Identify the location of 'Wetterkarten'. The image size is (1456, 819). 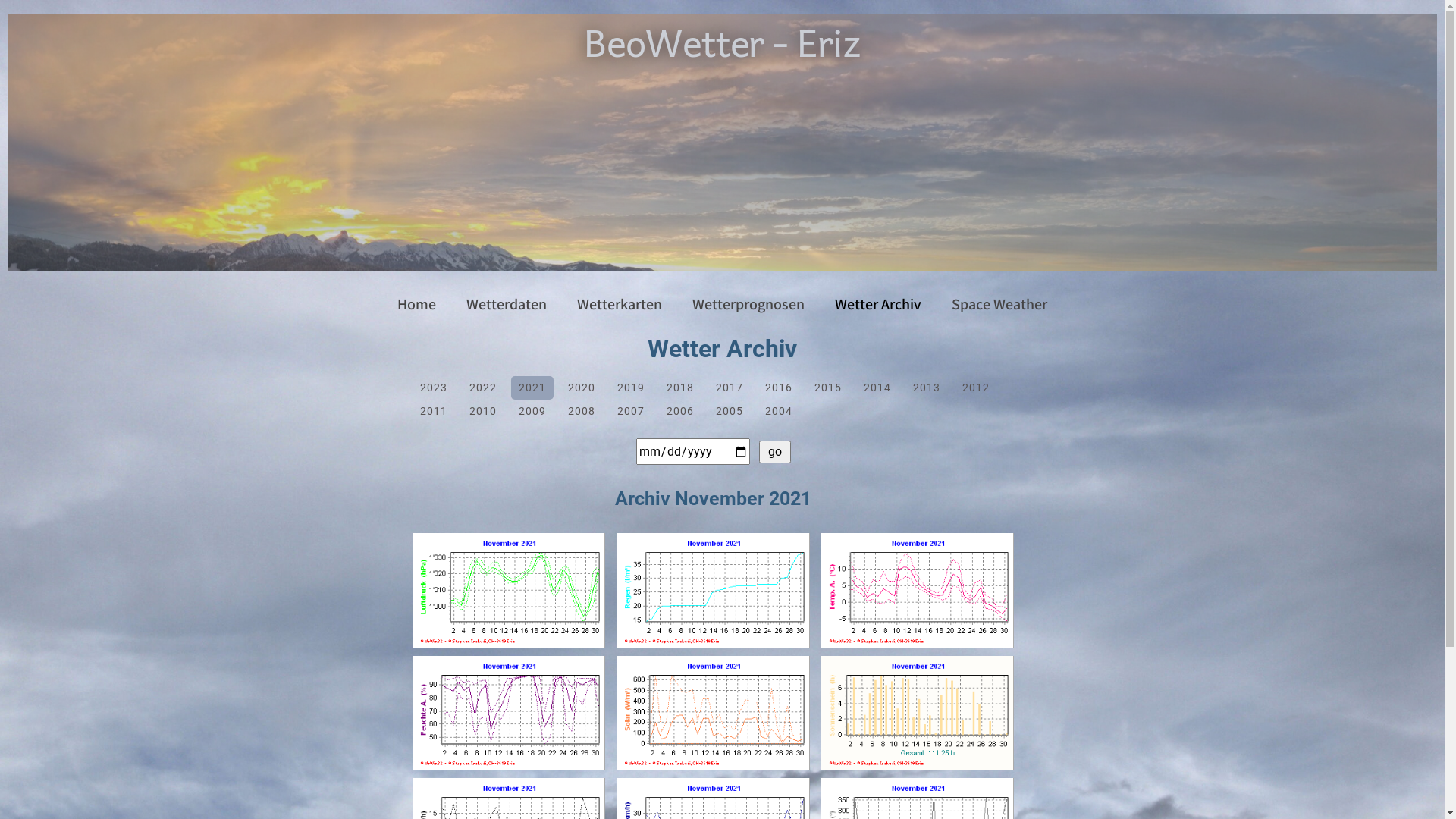
(619, 304).